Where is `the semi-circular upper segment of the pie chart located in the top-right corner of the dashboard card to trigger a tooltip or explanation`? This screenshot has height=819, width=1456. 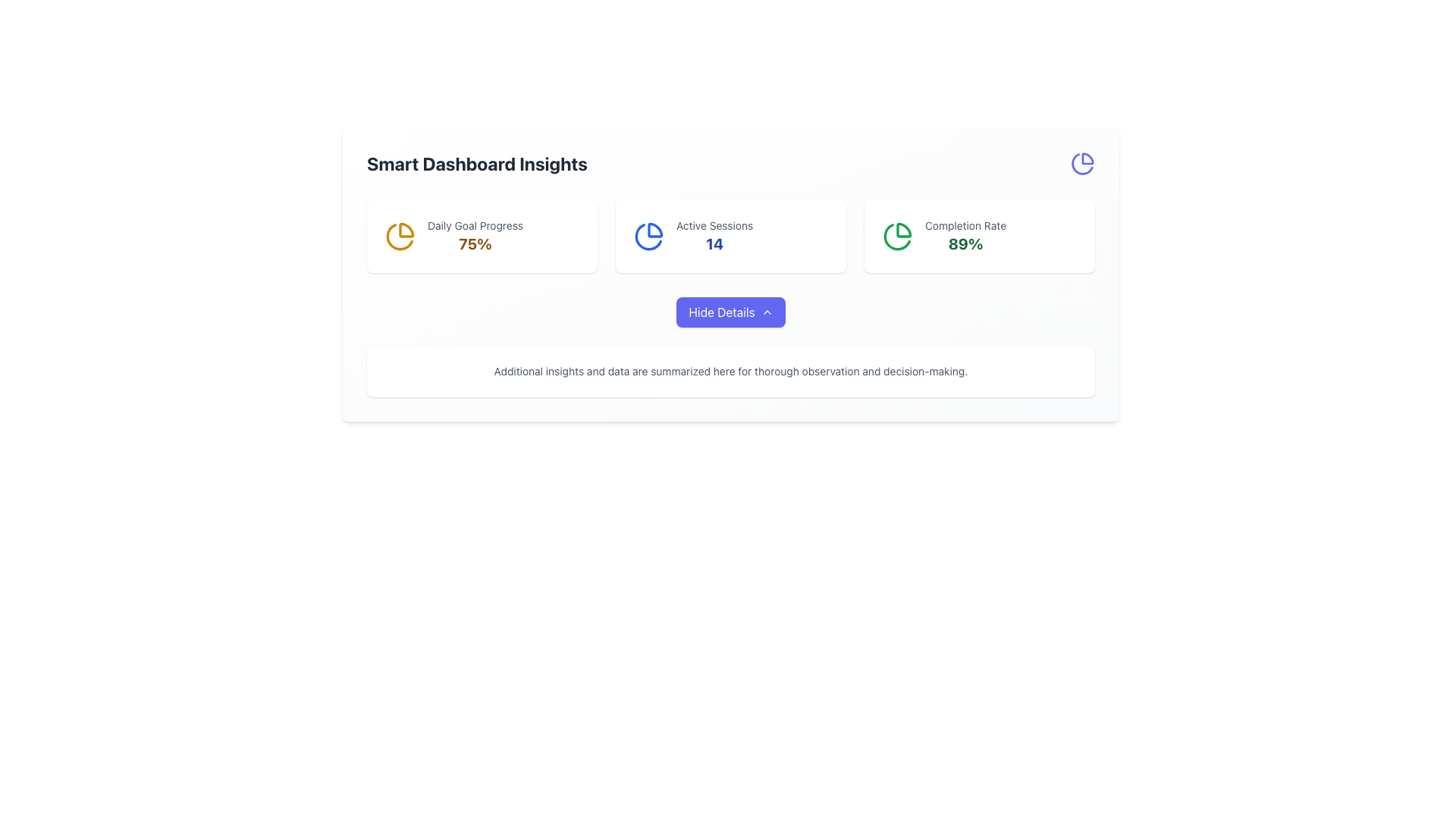
the semi-circular upper segment of the pie chart located in the top-right corner of the dashboard card to trigger a tooltip or explanation is located at coordinates (1087, 158).